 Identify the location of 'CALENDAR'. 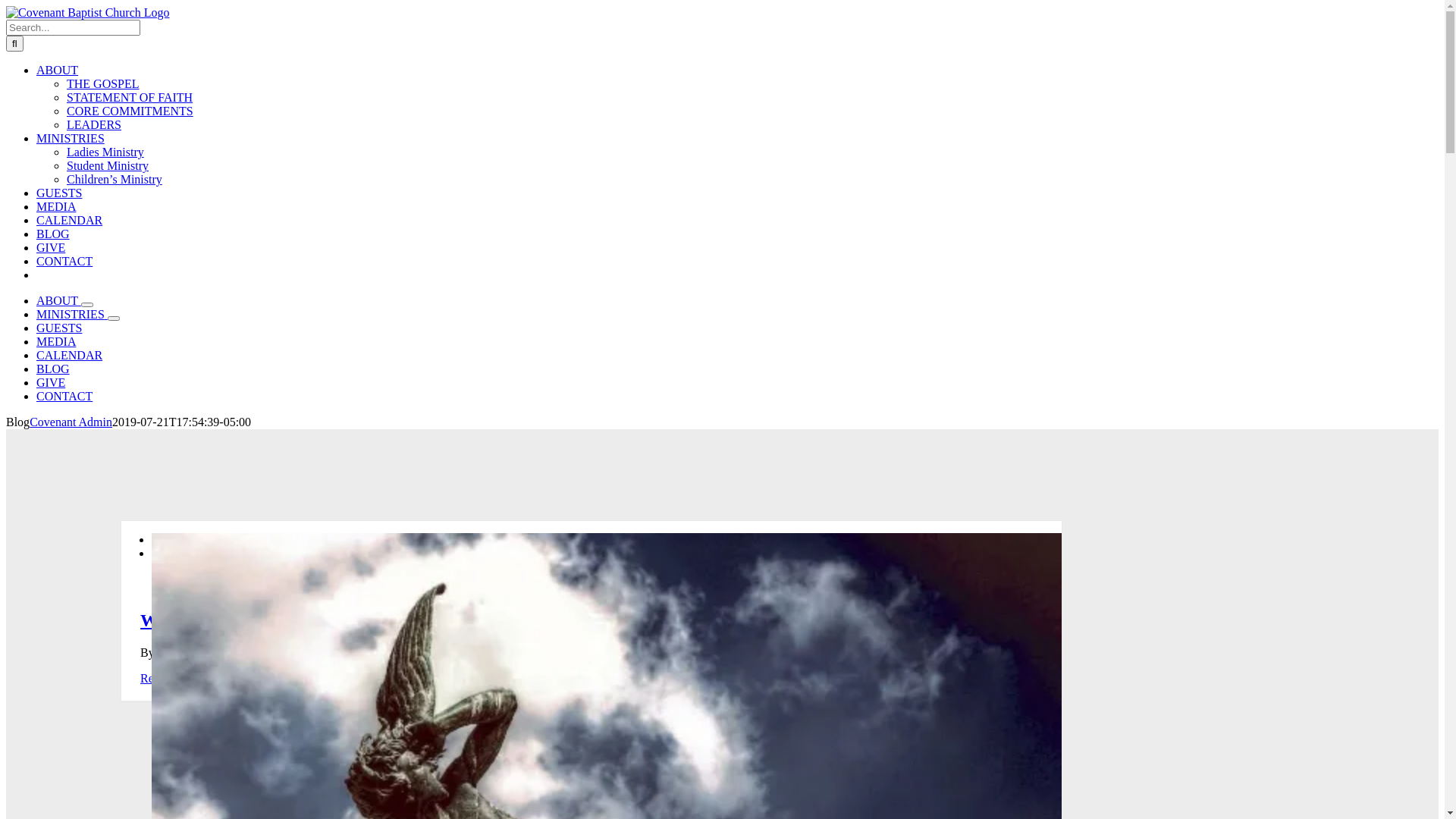
(68, 220).